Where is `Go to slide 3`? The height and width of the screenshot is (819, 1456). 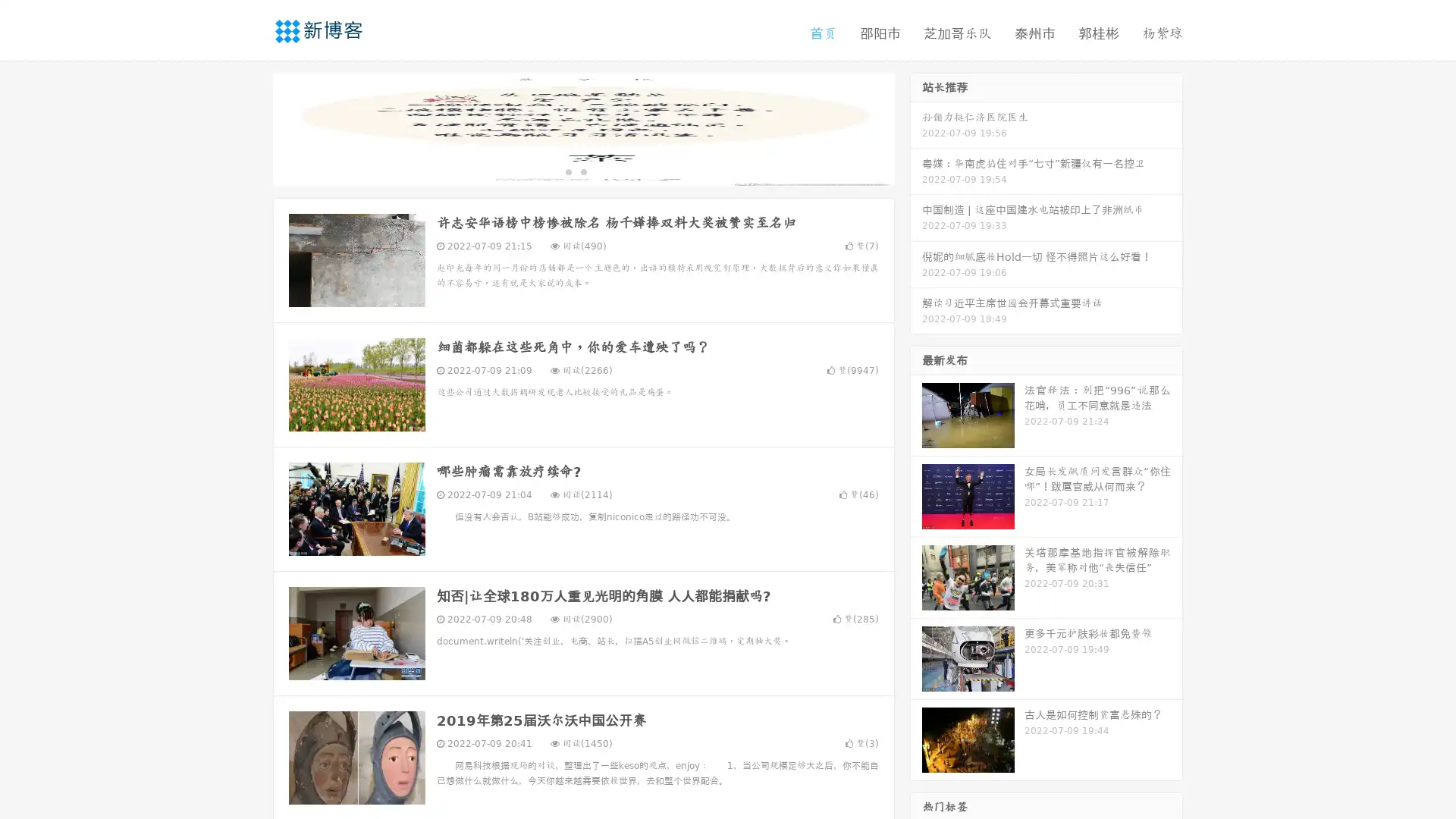
Go to slide 3 is located at coordinates (598, 171).